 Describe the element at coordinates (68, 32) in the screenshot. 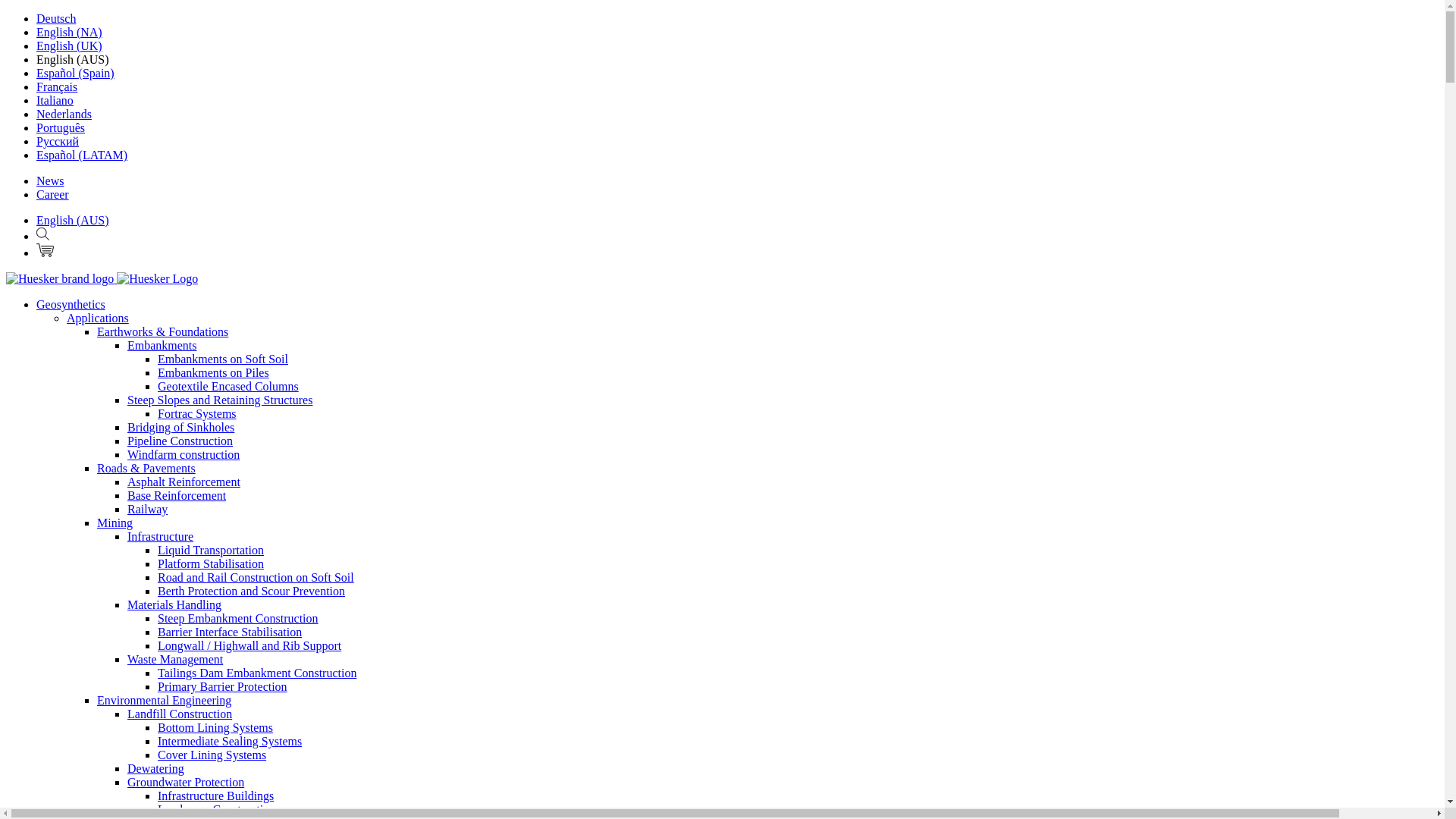

I see `'English (NA)'` at that location.